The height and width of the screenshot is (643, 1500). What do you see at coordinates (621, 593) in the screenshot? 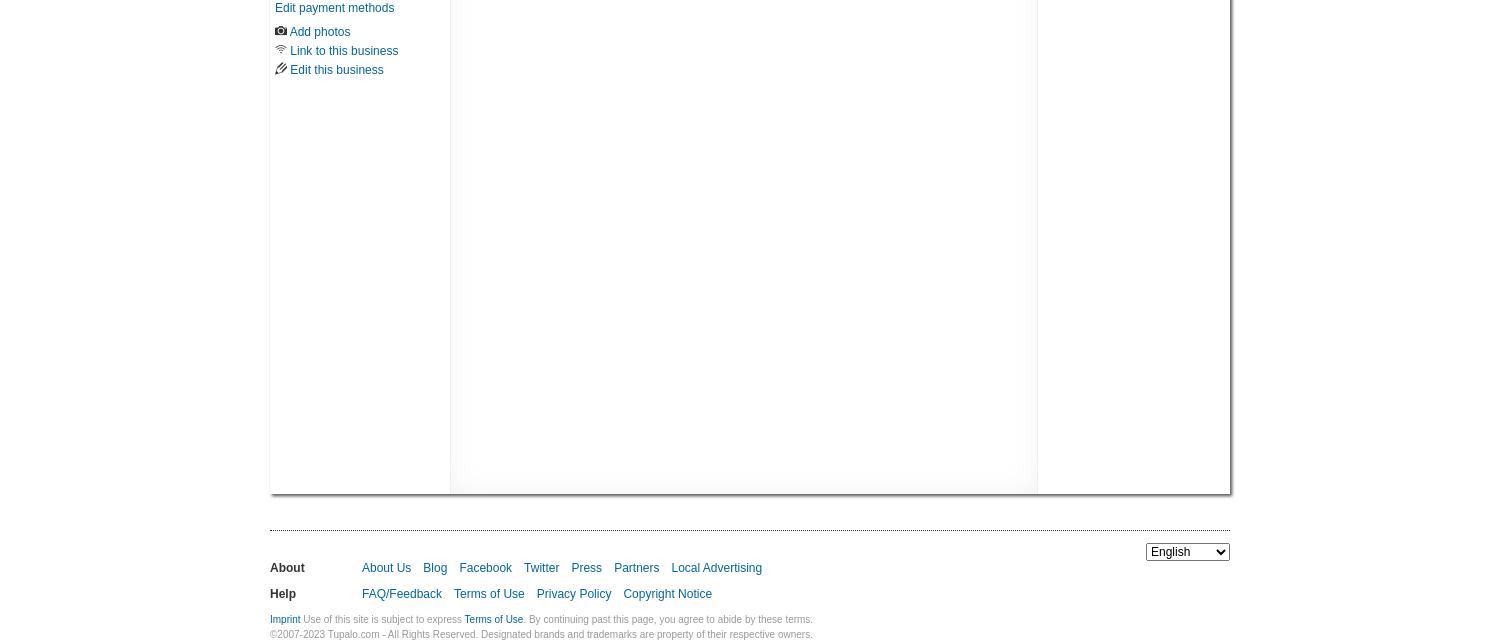
I see `'Copyright Notice'` at bounding box center [621, 593].